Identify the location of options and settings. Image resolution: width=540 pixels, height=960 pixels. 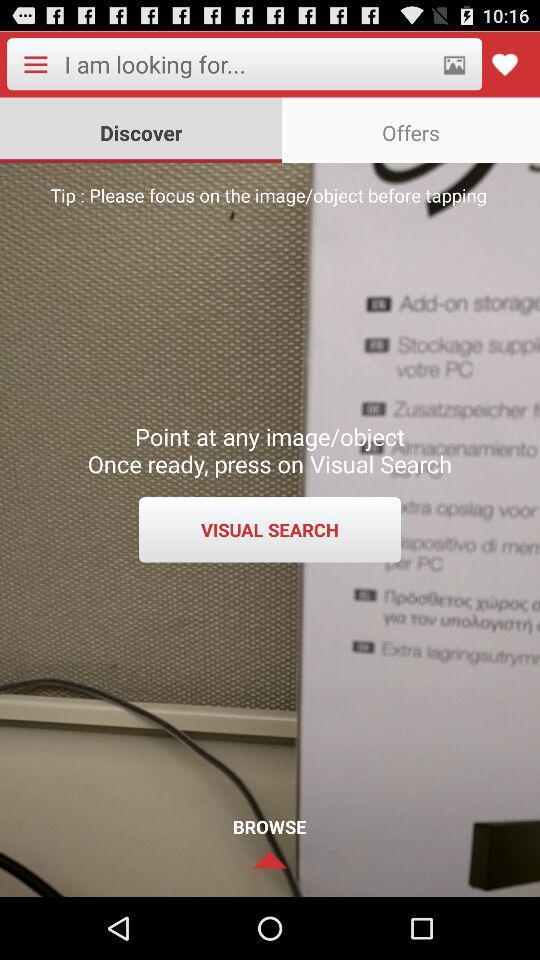
(35, 64).